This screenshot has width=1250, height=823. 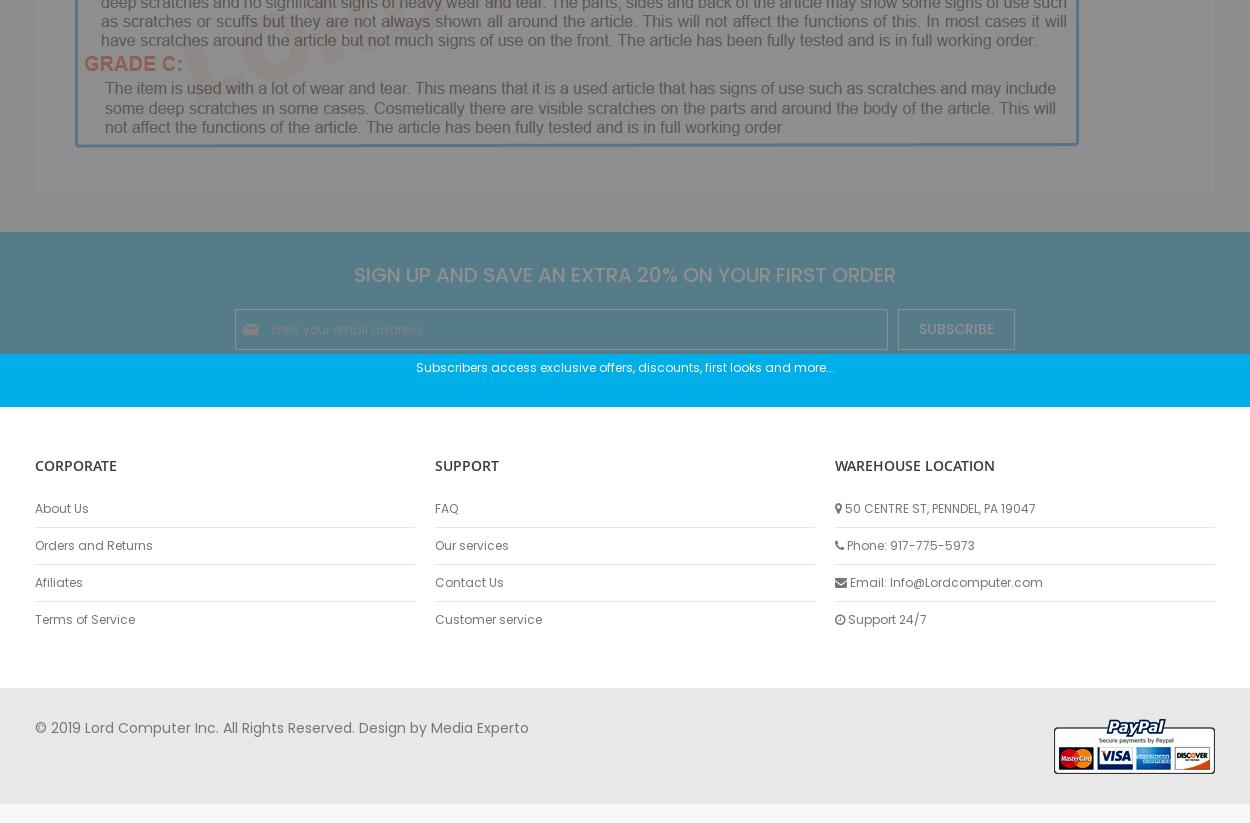 I want to click on 'Support 24/7', so click(x=886, y=618).